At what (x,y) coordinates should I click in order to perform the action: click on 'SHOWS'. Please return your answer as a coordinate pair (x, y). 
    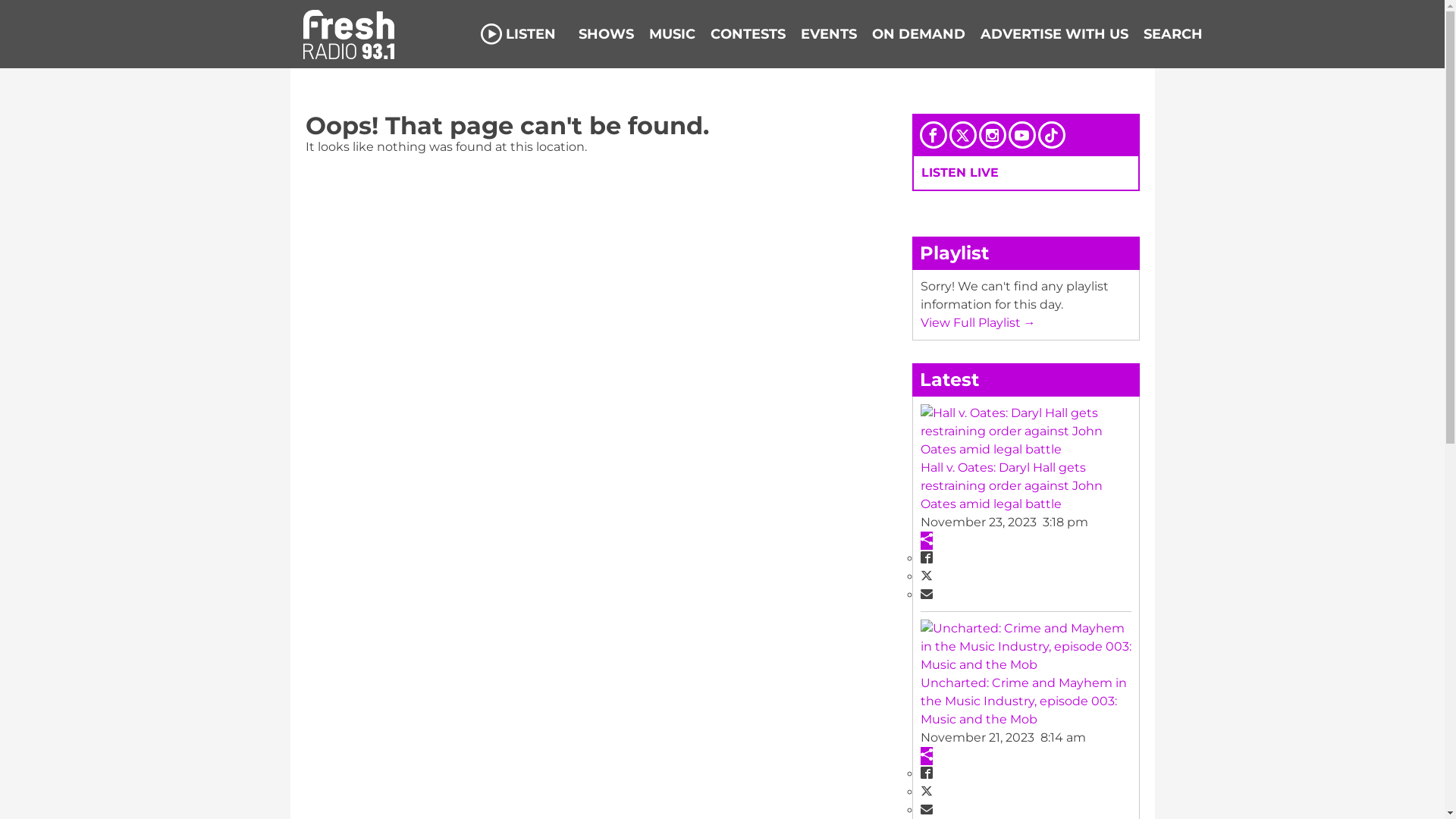
    Looking at the image, I should click on (604, 34).